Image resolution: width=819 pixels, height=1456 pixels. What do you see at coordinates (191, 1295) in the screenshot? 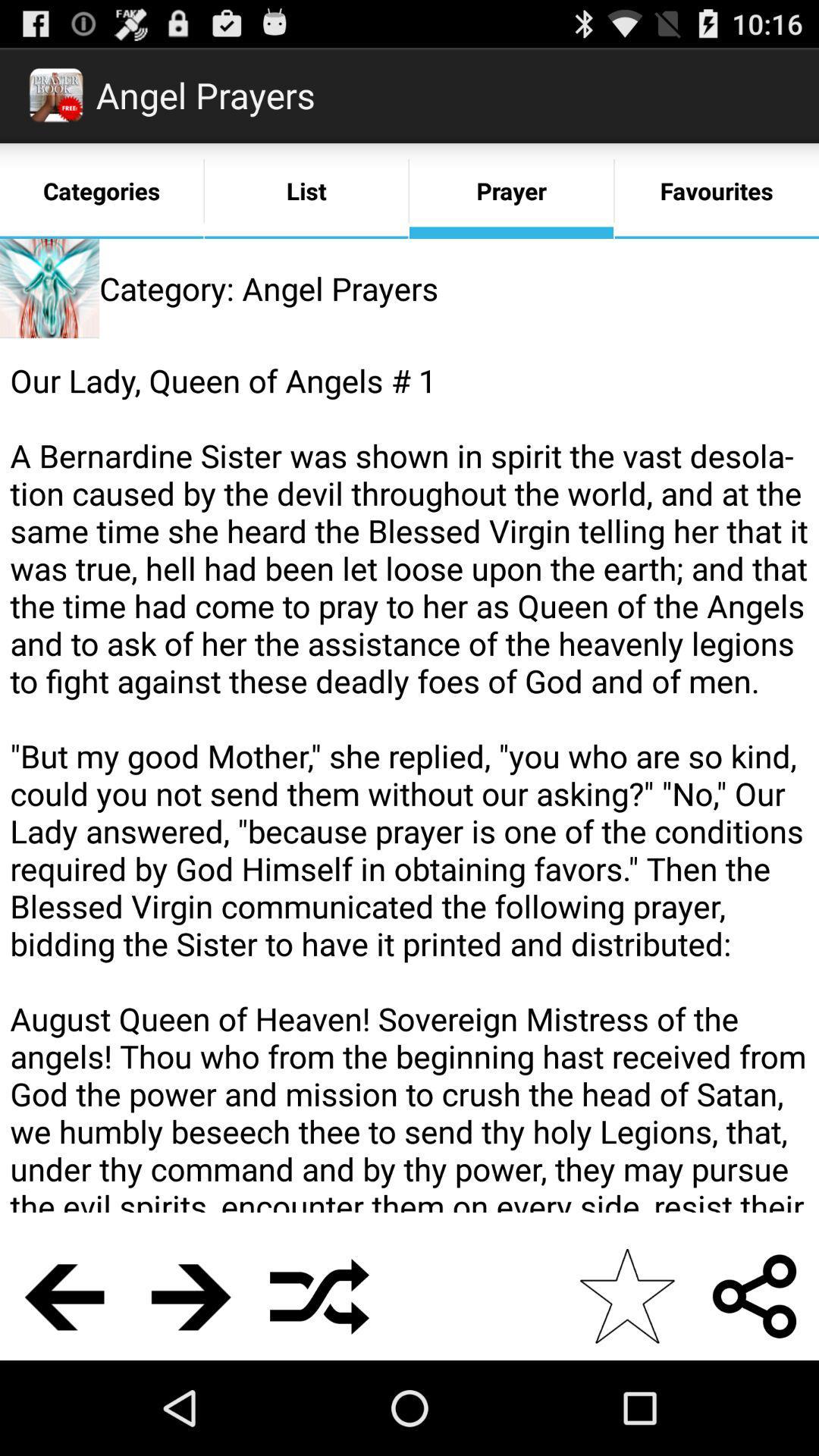
I see `jump the page` at bounding box center [191, 1295].